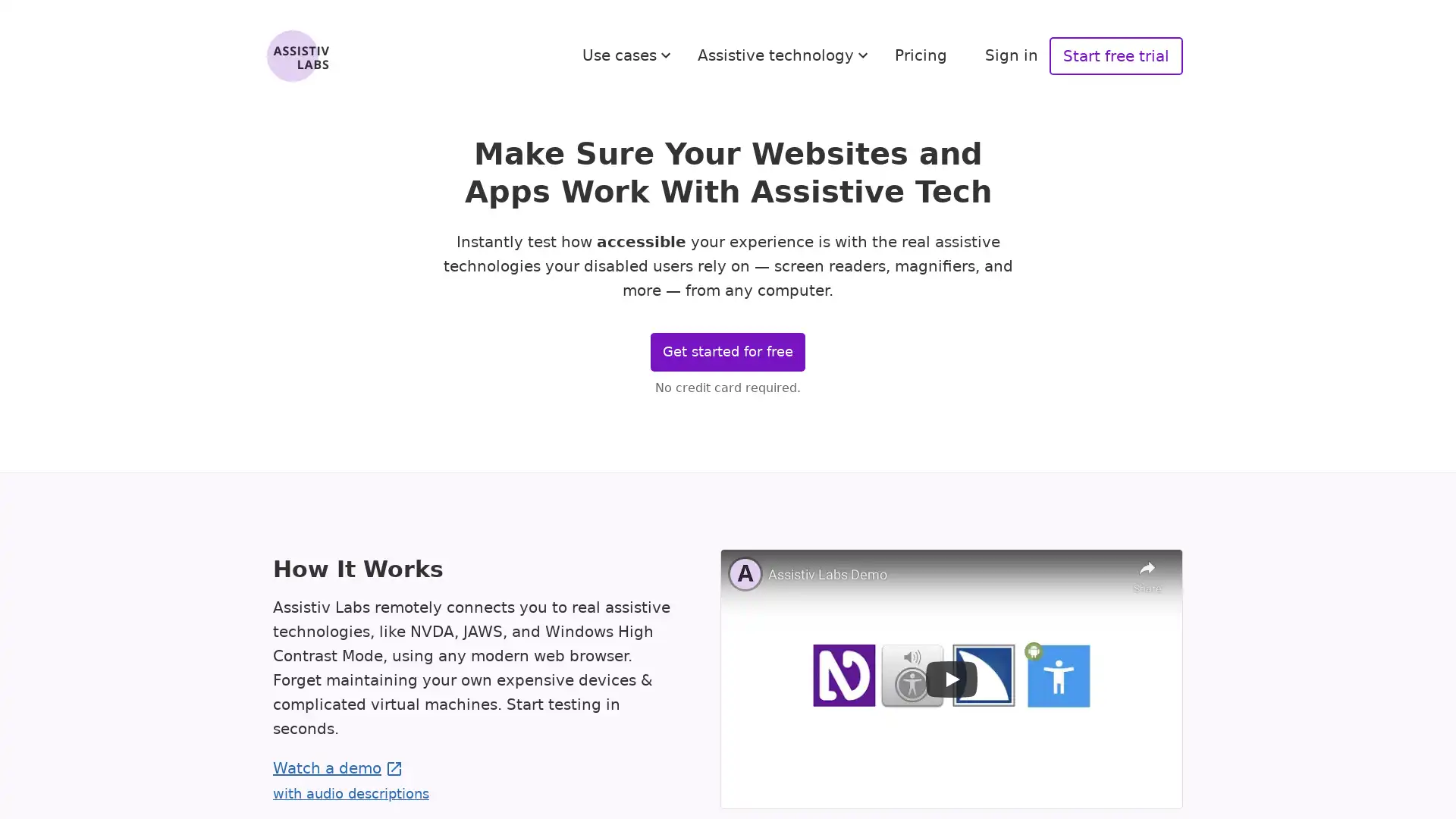 The width and height of the screenshot is (1456, 819). Describe the element at coordinates (629, 55) in the screenshot. I see `Use cases` at that location.